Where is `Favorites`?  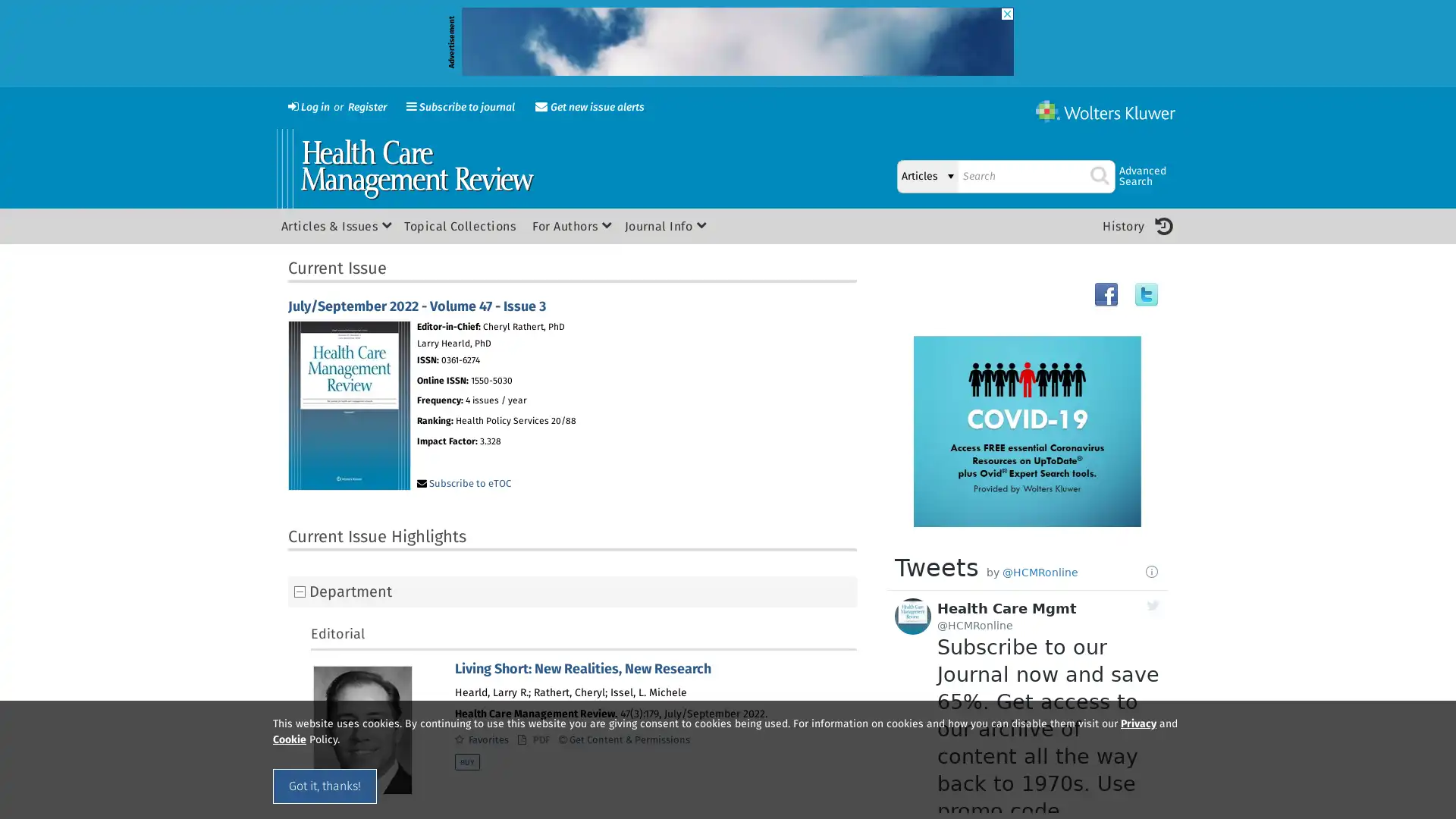
Favorites is located at coordinates (481, 739).